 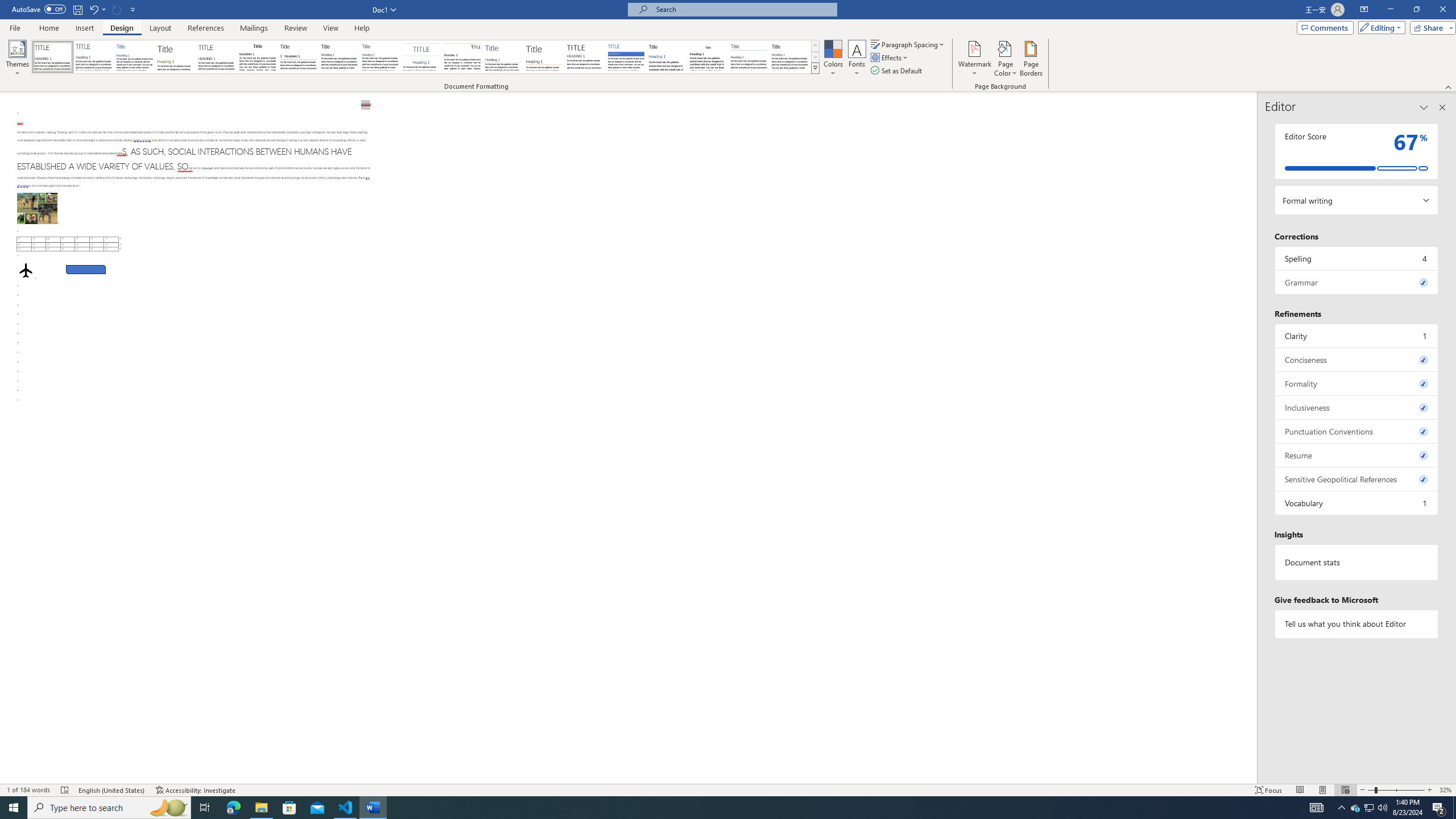 I want to click on 'Minimalist', so click(x=585, y=56).